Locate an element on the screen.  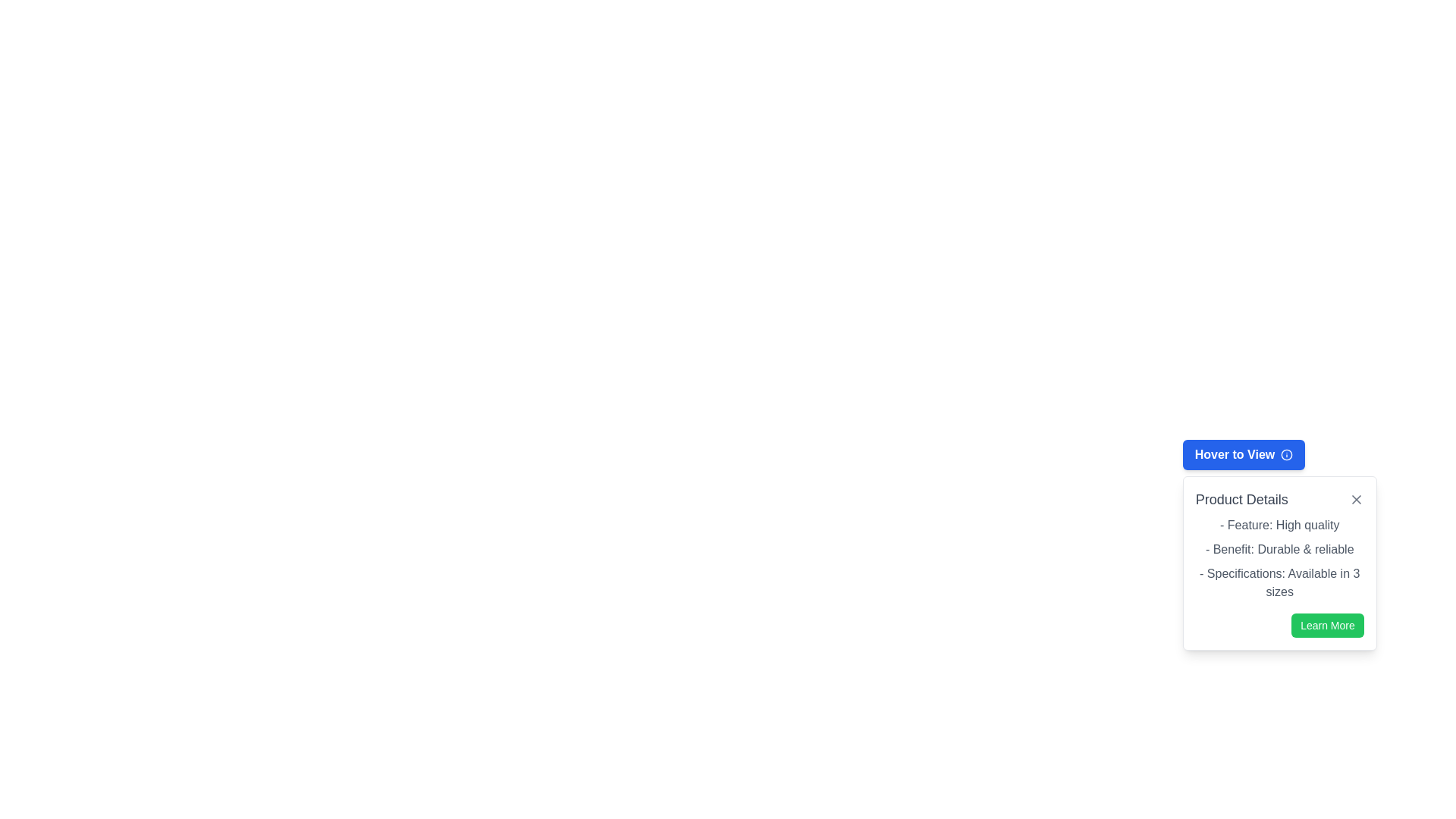
information from the Text Display element that contains the line '- Specifications: Available in 3 sizes', located in the 'Product Details' dialog box, positioned below the second list item and above the 'Learn More' button is located at coordinates (1279, 582).